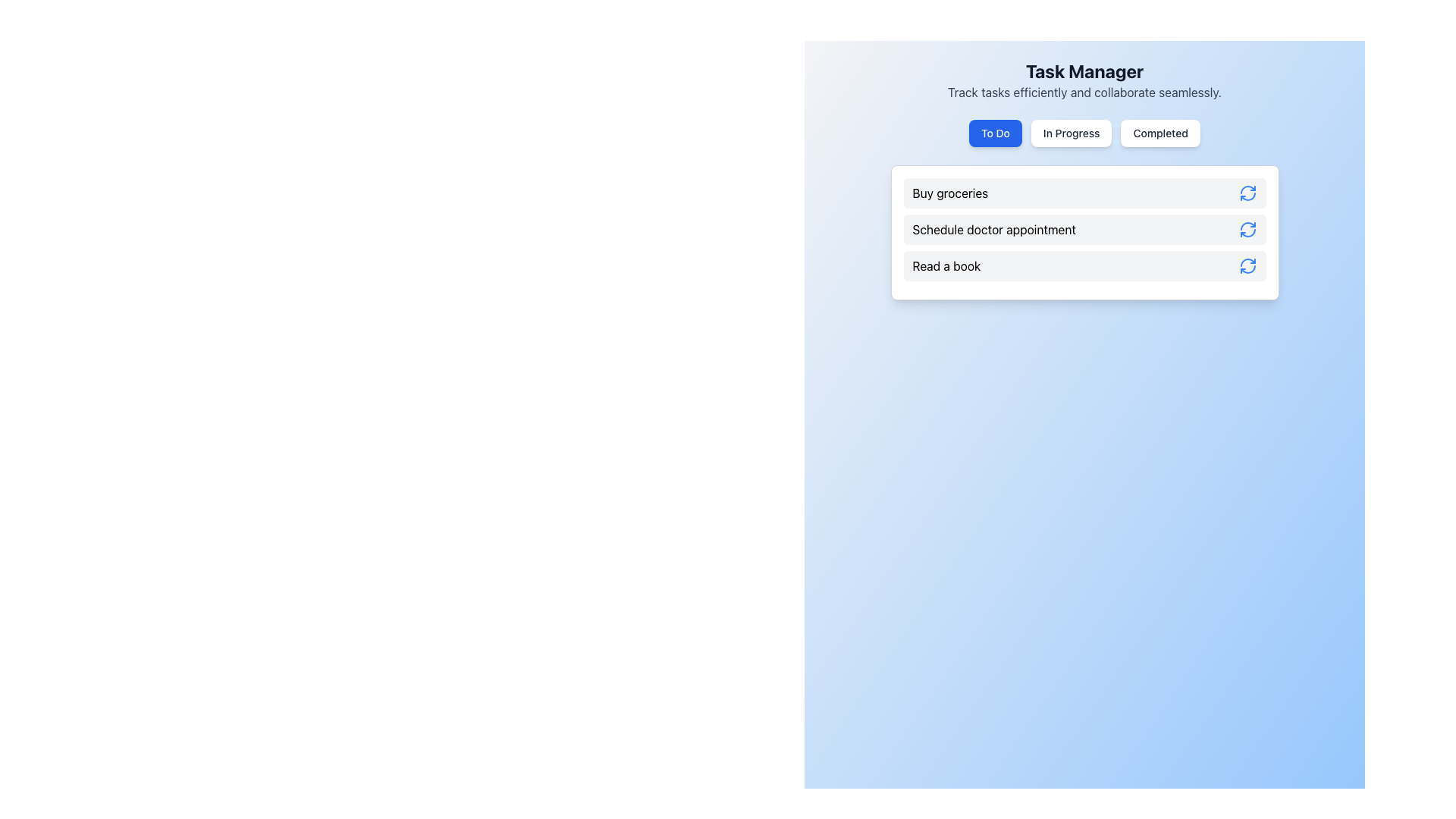 This screenshot has height=819, width=1456. What do you see at coordinates (1084, 80) in the screenshot?
I see `the Header with the bold text 'Task Manager' and the subtitle 'Track tasks efficiently and collaborate seamlessly.' that is centrally aligned within a gradient background` at bounding box center [1084, 80].